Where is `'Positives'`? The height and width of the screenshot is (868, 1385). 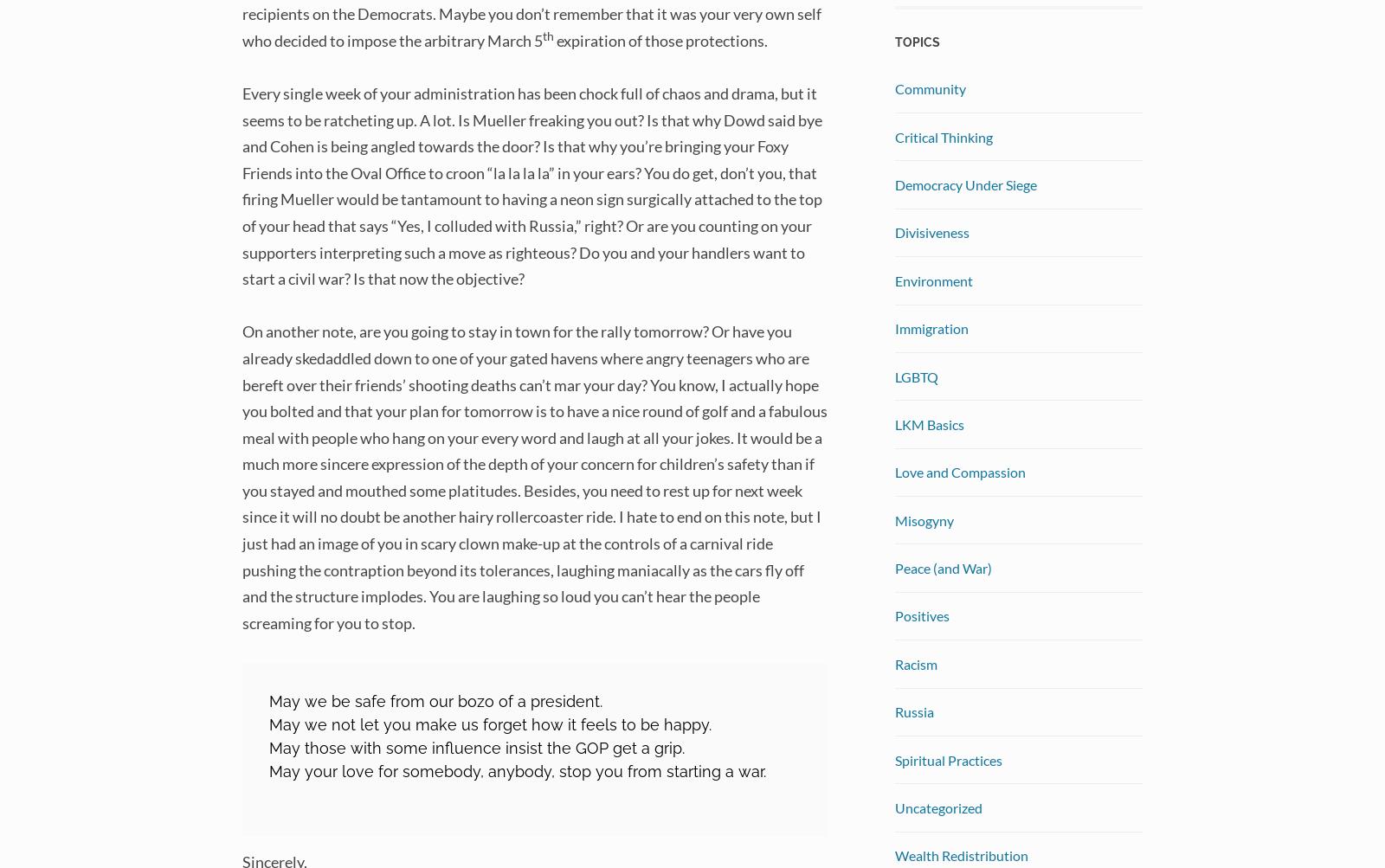 'Positives' is located at coordinates (922, 614).